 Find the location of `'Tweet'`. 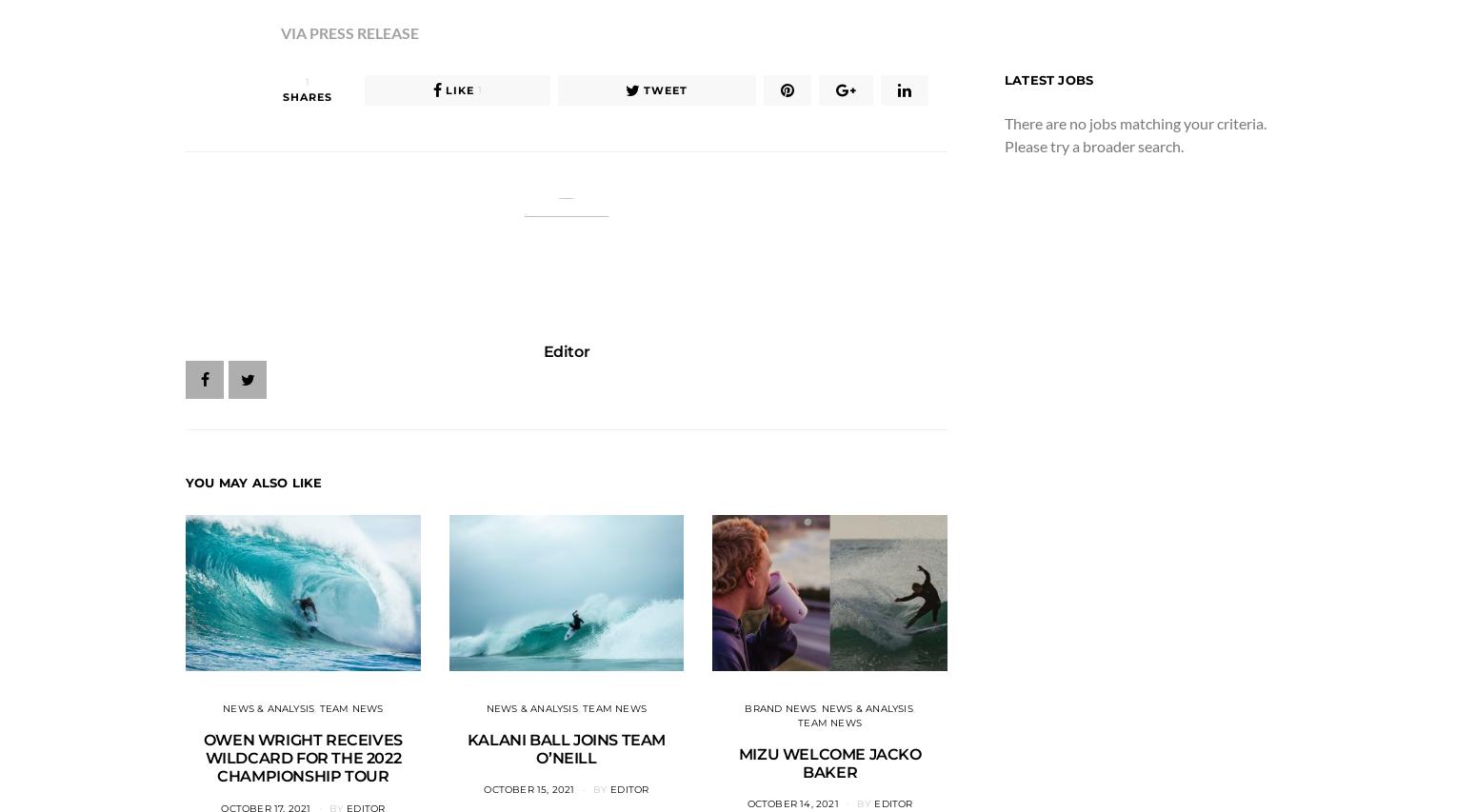

'Tweet' is located at coordinates (666, 89).